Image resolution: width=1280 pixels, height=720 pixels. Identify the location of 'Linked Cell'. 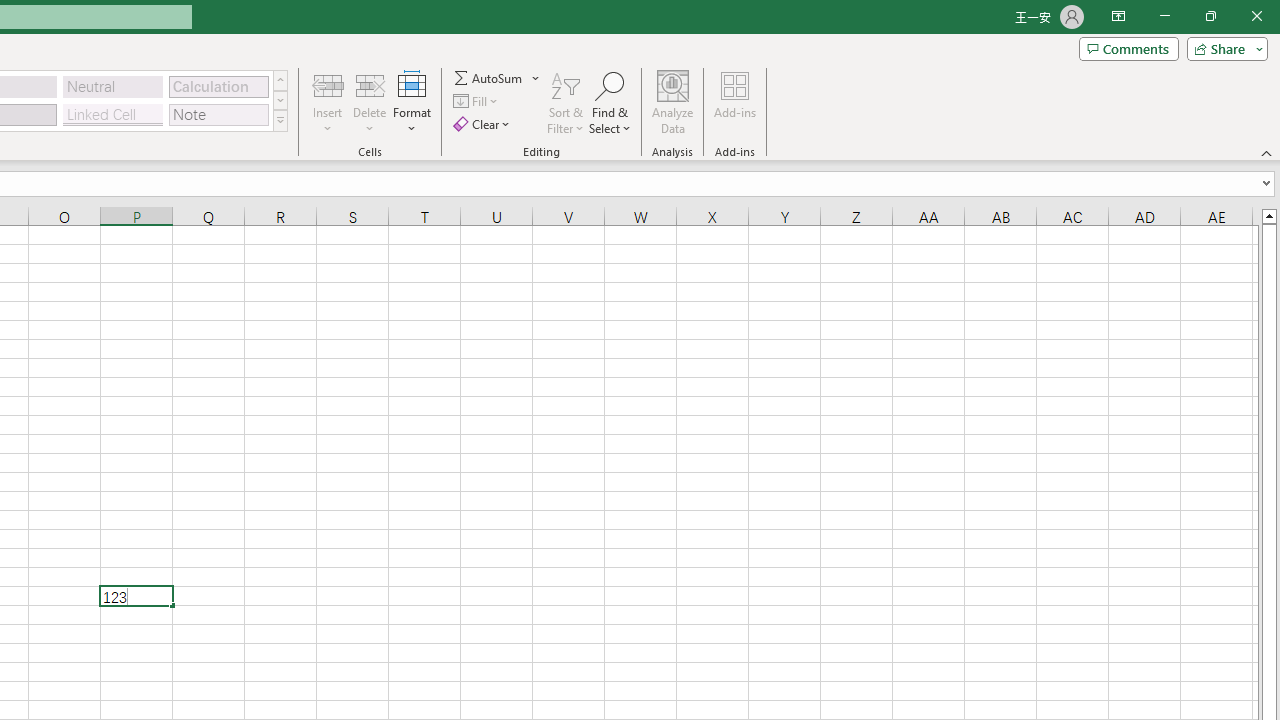
(112, 114).